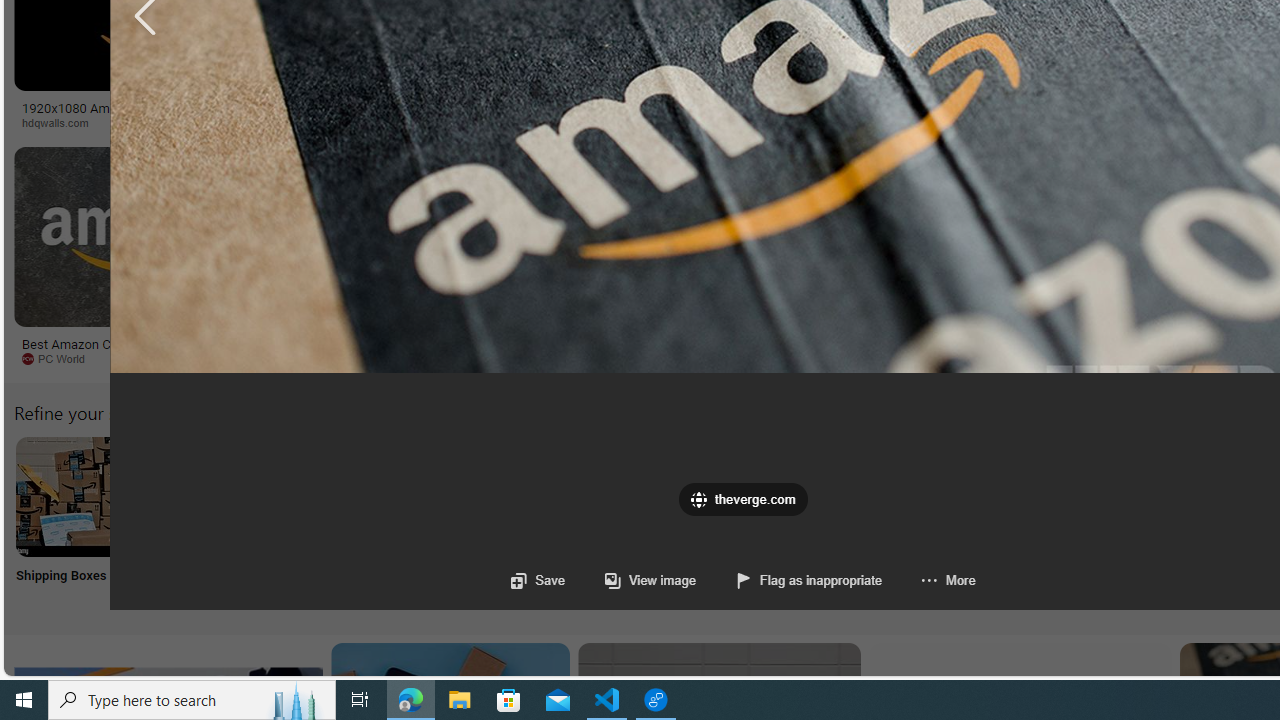 The width and height of the screenshot is (1280, 720). I want to click on 'Save', so click(538, 580).